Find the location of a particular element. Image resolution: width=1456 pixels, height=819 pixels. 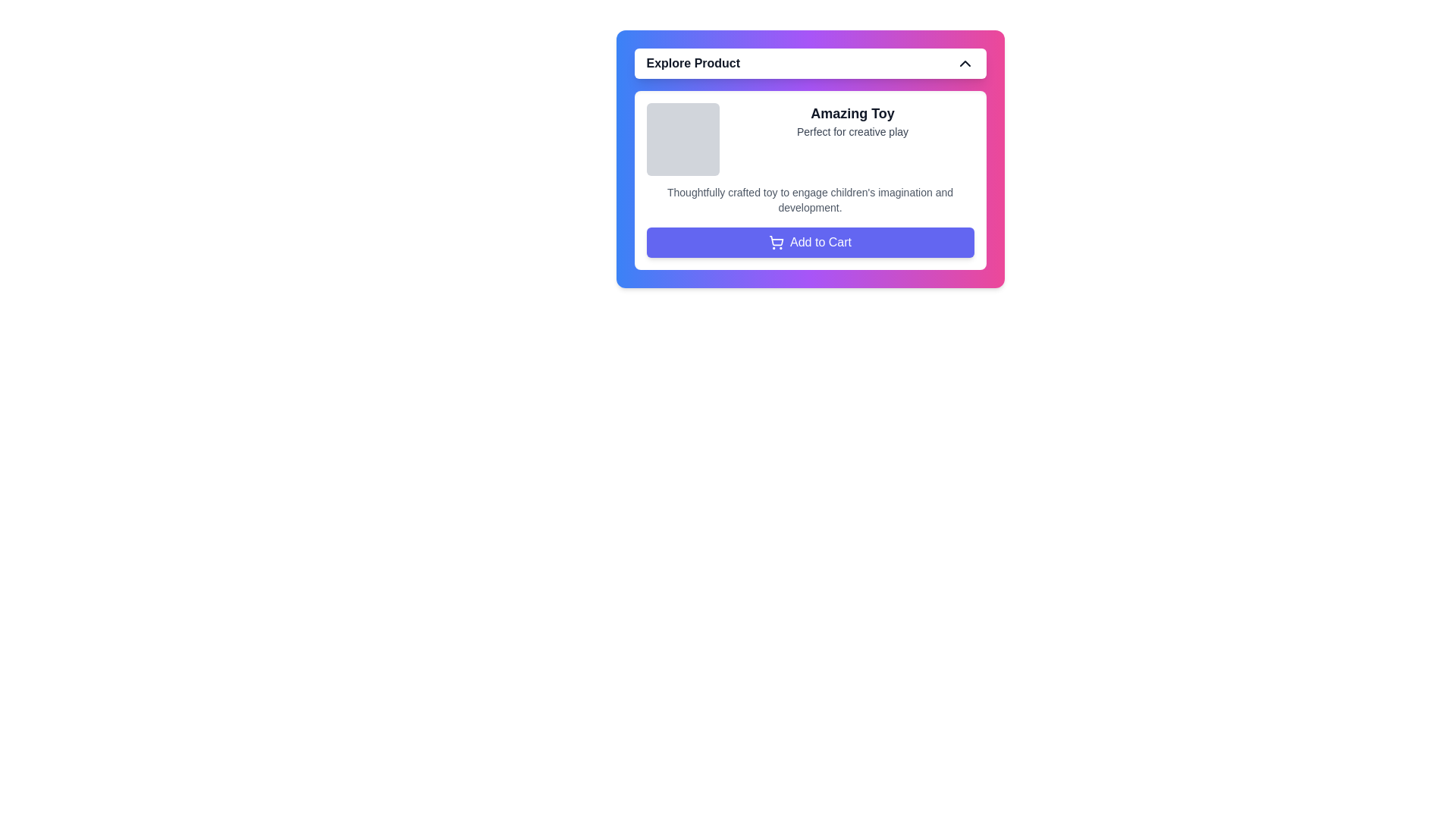

the downward-facing chevron icon on the right end of the 'Explore Product' button is located at coordinates (964, 63).